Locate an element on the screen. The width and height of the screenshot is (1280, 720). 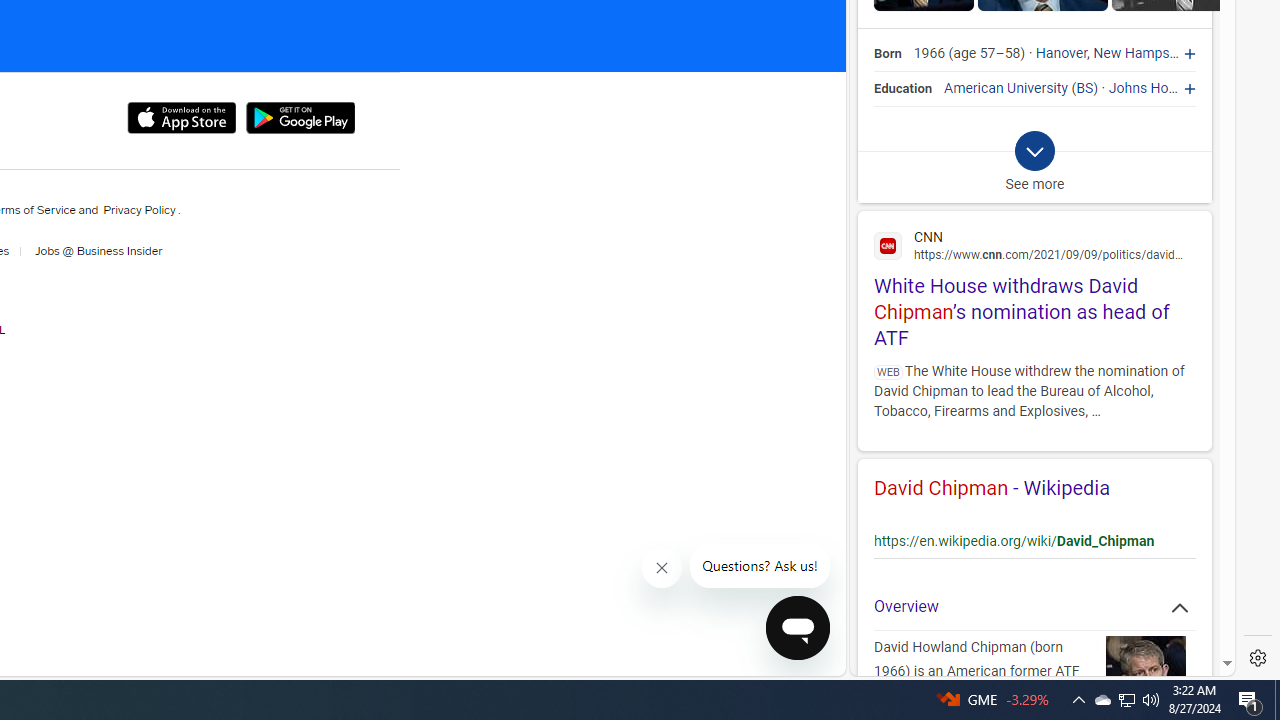
'Close message from company' is located at coordinates (663, 568).